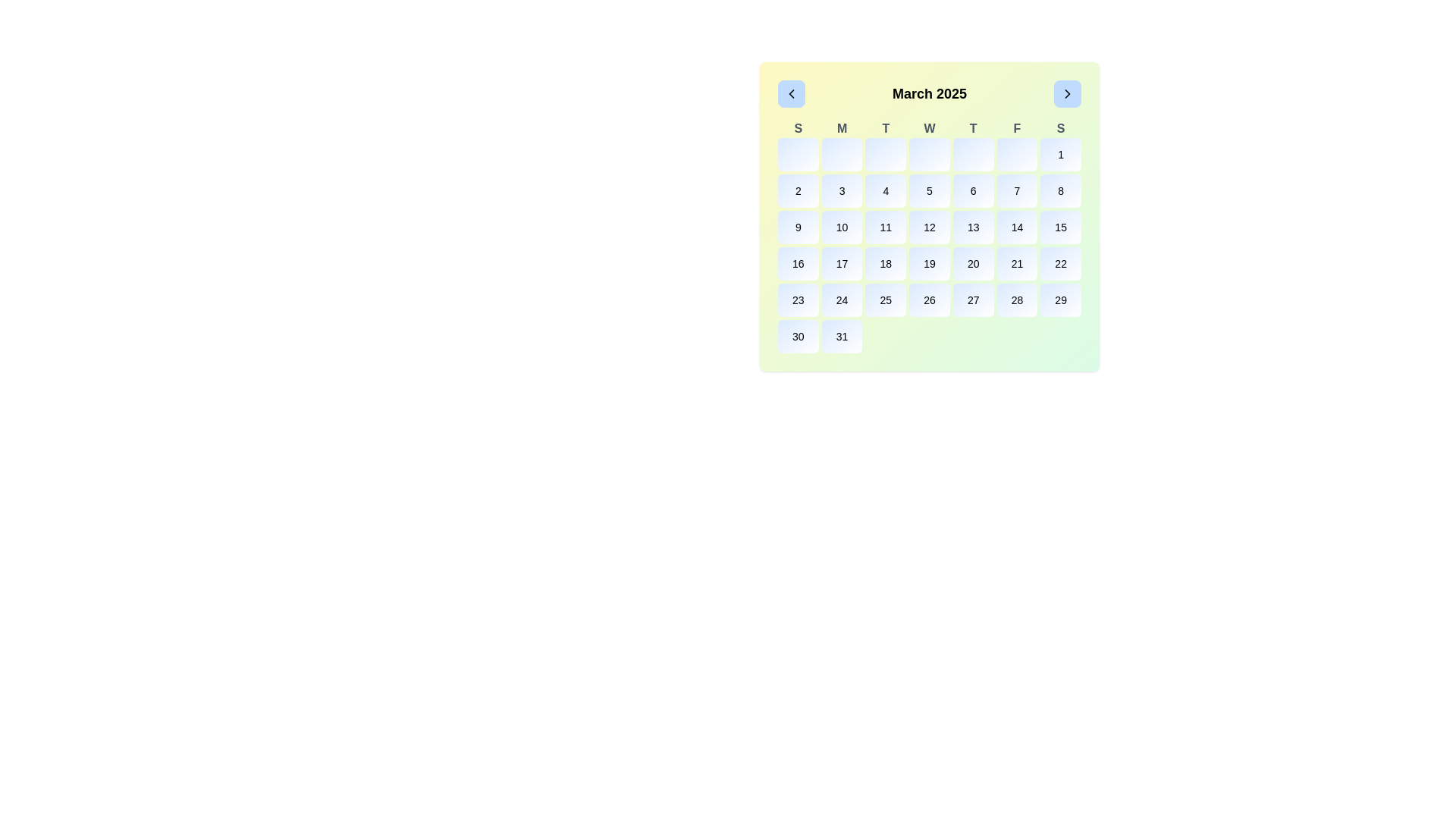 The image size is (1456, 819). What do you see at coordinates (1017, 155) in the screenshot?
I see `the rectangular button with soft rounded corners and a gradient blue background` at bounding box center [1017, 155].